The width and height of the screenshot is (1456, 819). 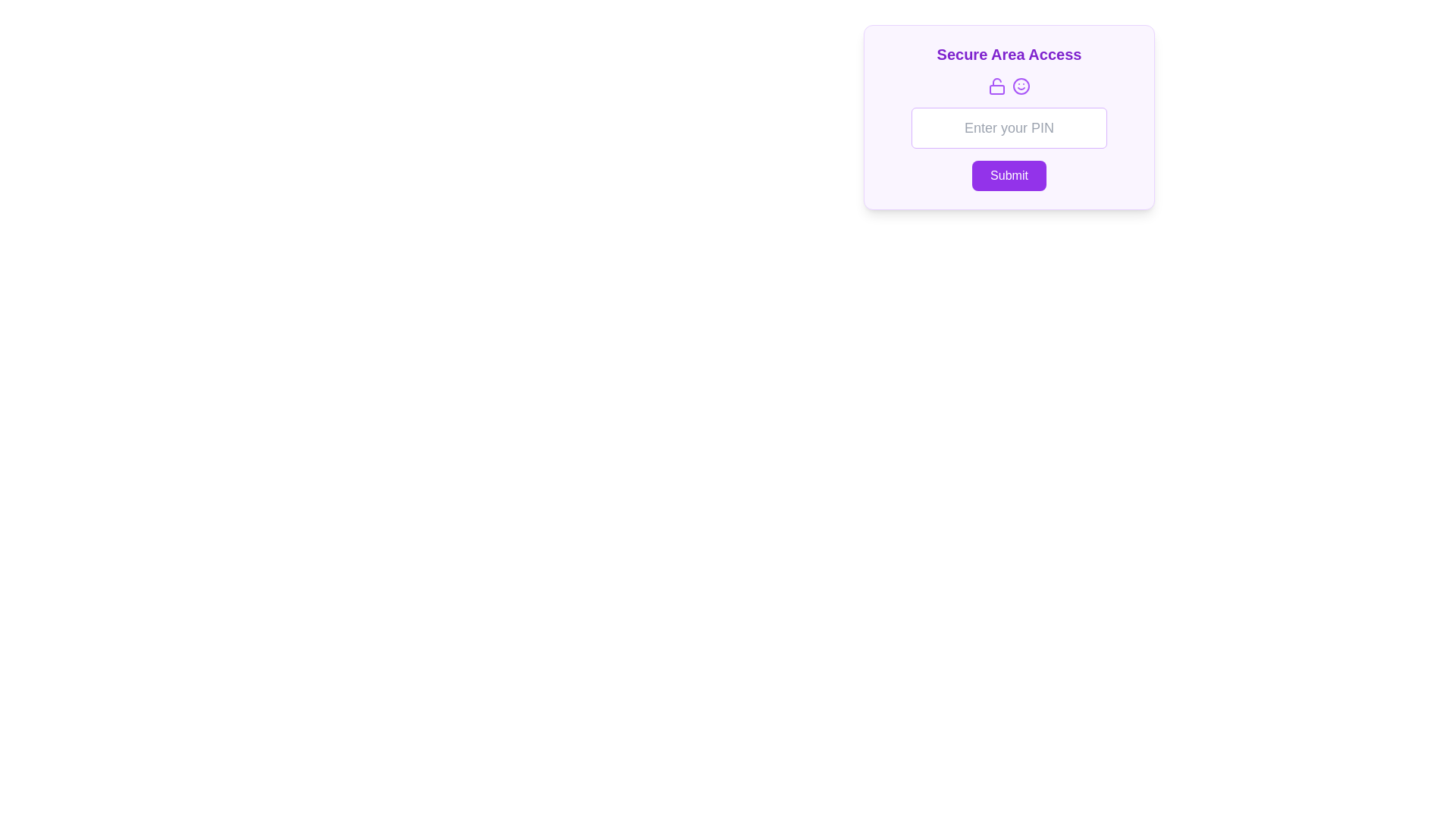 I want to click on the Password Input Field, so click(x=1009, y=116).